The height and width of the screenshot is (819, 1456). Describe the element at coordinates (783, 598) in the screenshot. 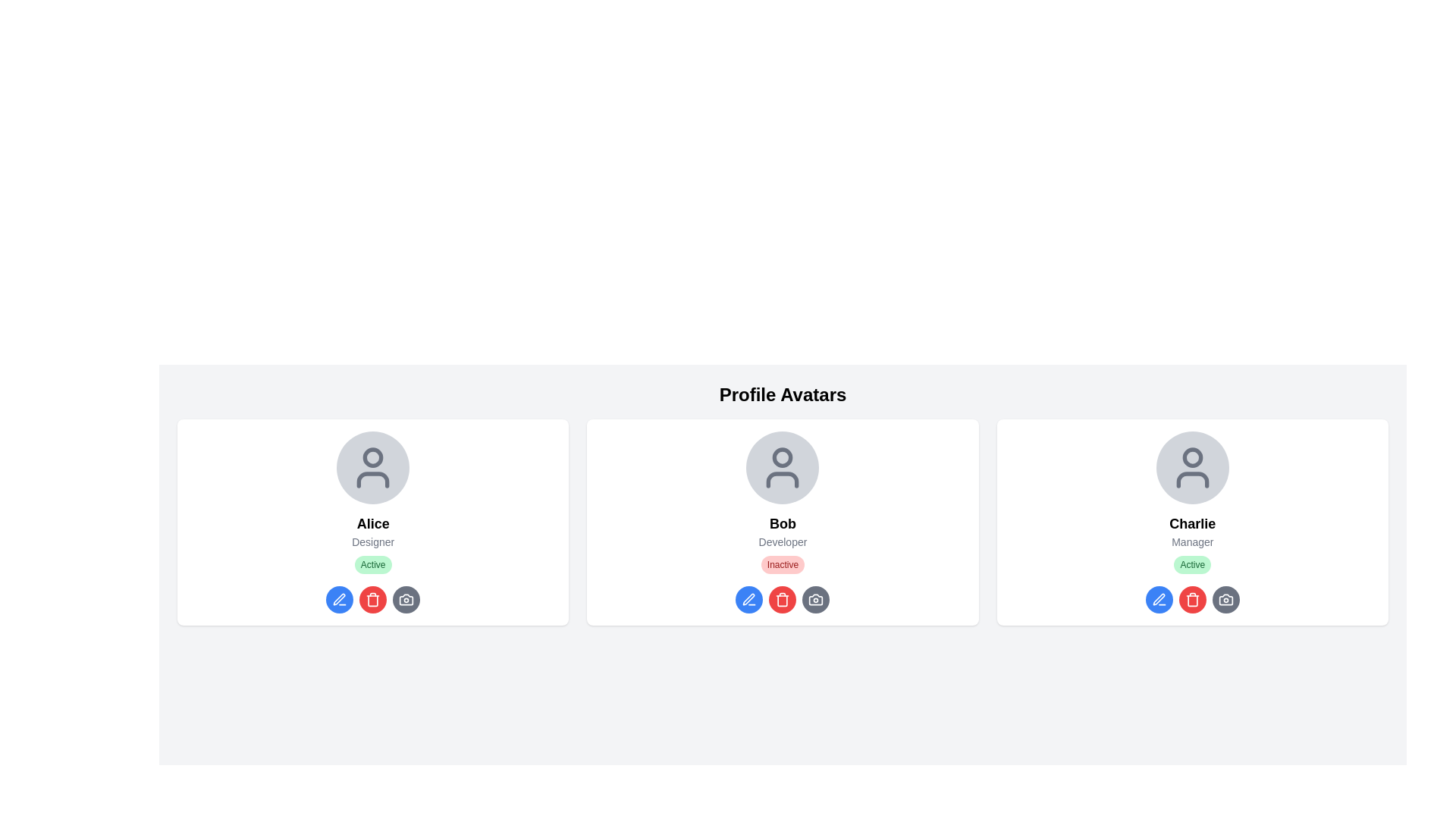

I see `the circular red button with a white trashcan icon located below the 'Bob' card in the 'Profile Avatars' section` at that location.